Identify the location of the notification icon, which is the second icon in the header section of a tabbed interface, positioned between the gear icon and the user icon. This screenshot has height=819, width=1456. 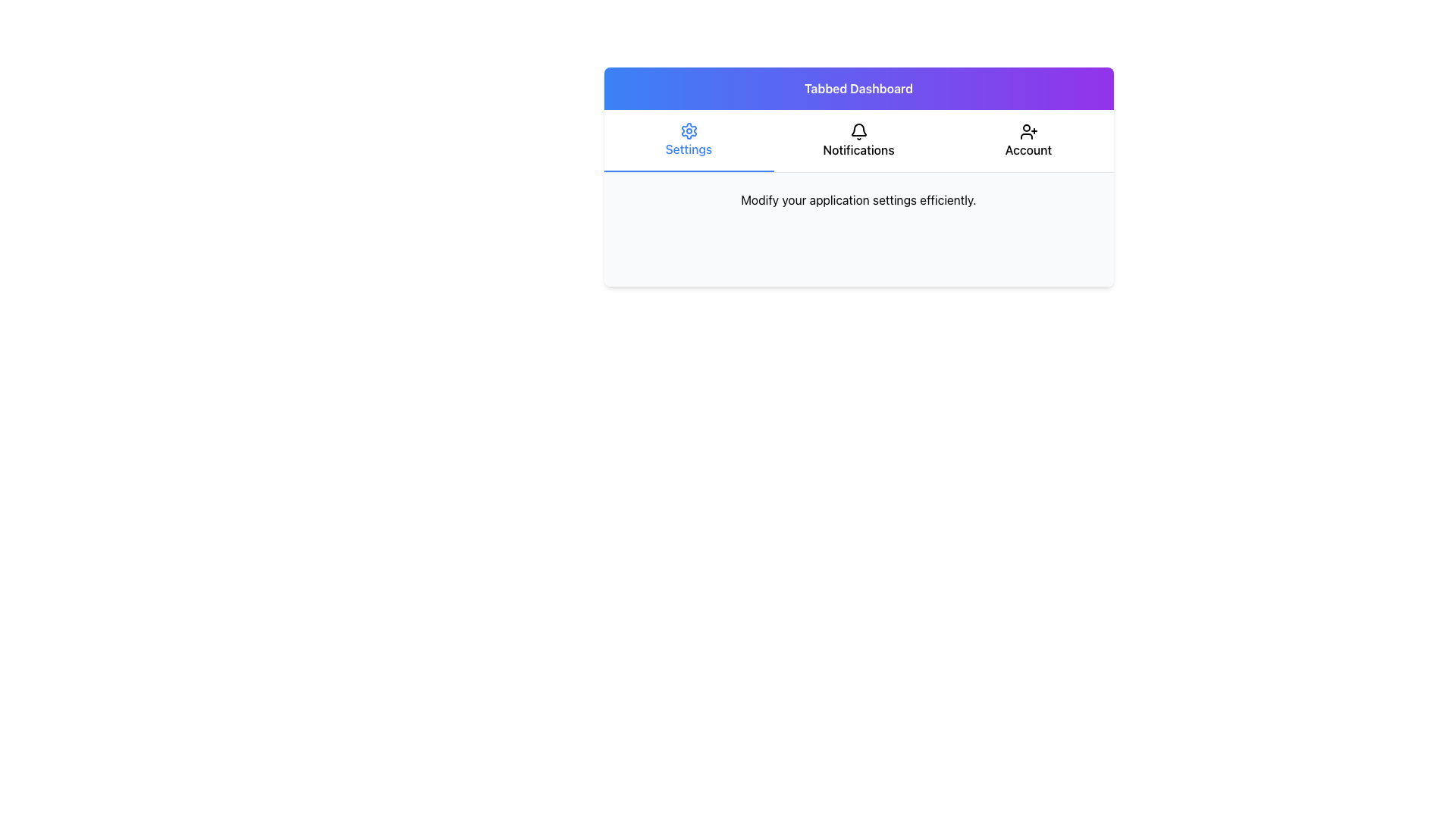
(858, 129).